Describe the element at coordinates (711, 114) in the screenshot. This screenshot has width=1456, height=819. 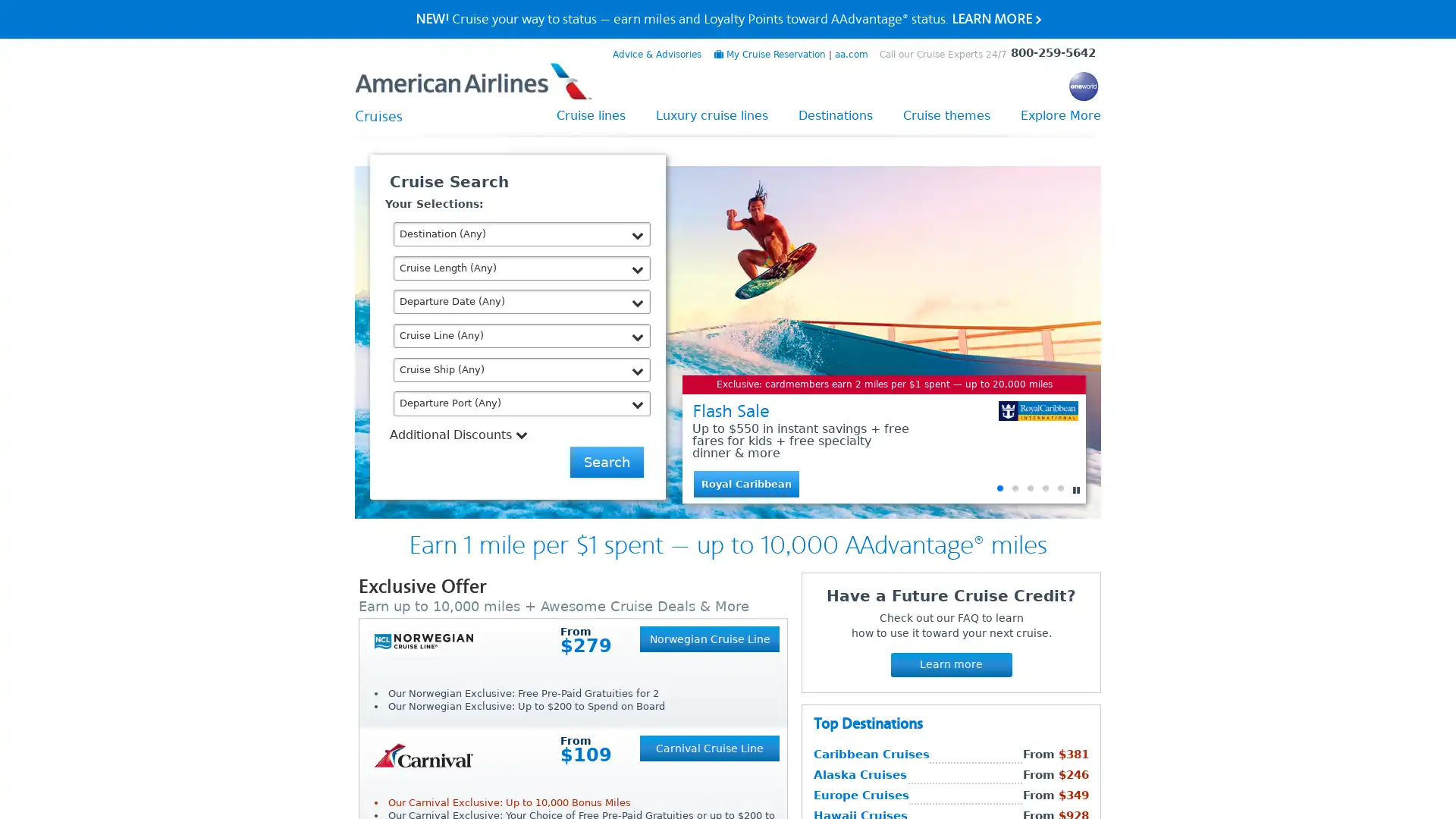
I see `Luxury cruise lines` at that location.